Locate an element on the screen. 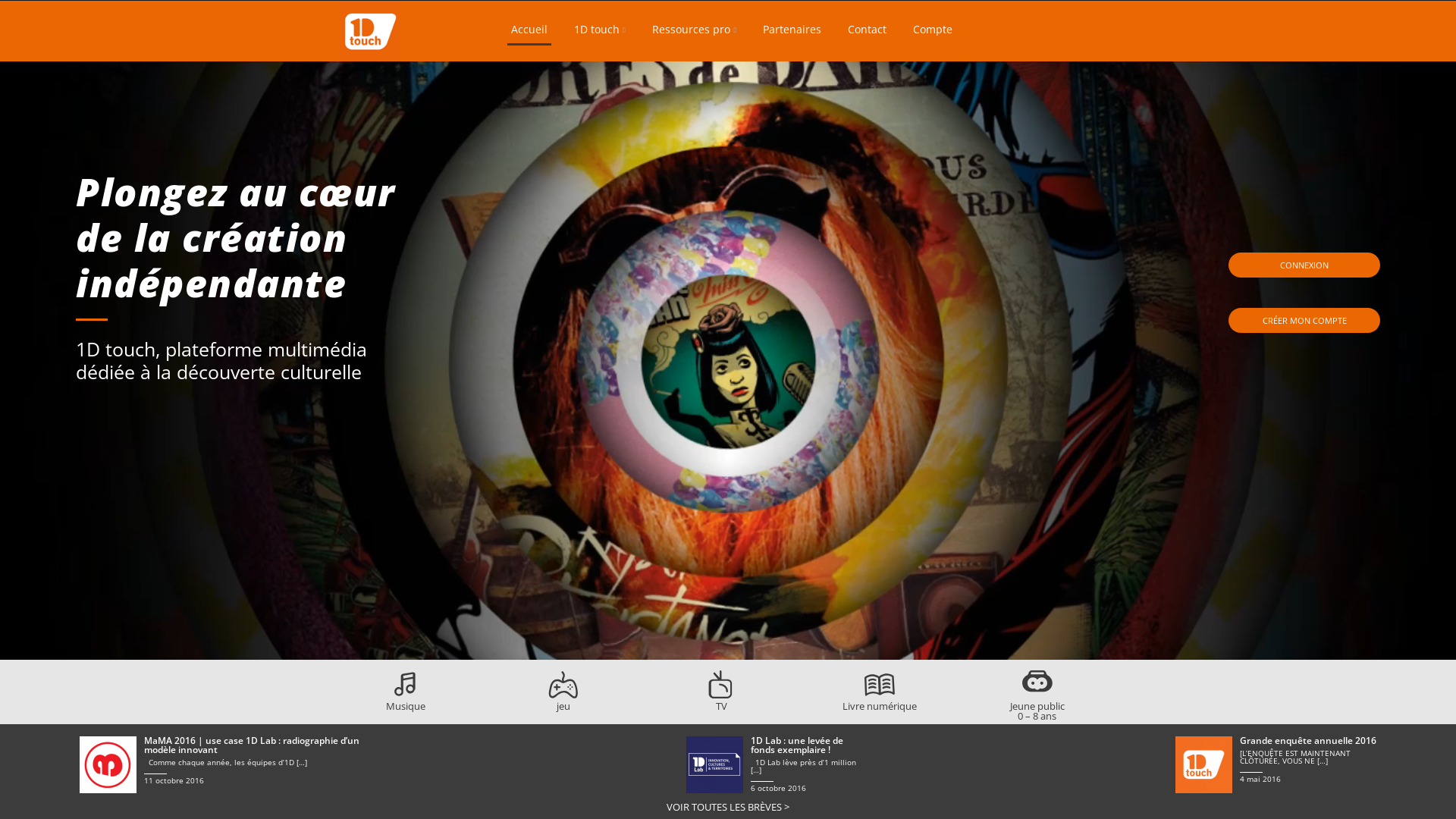 This screenshot has width=1456, height=819. 'Accueil' is located at coordinates (529, 32).